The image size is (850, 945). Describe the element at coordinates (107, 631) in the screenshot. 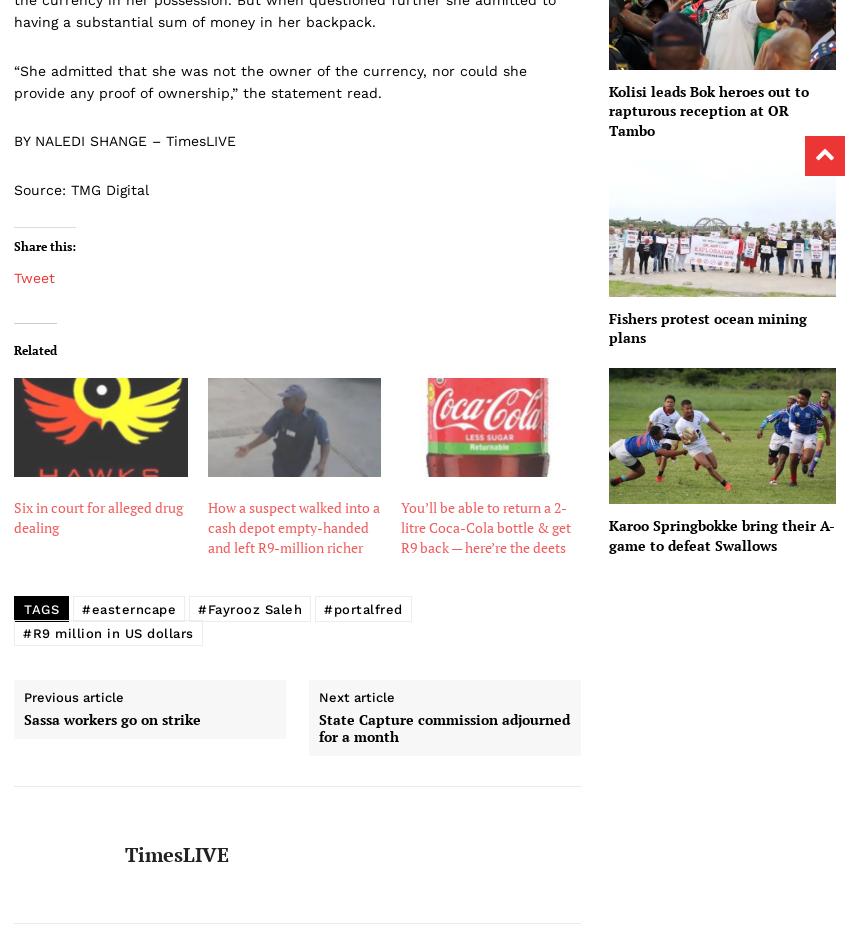

I see `'#R9 million in US dollars'` at that location.